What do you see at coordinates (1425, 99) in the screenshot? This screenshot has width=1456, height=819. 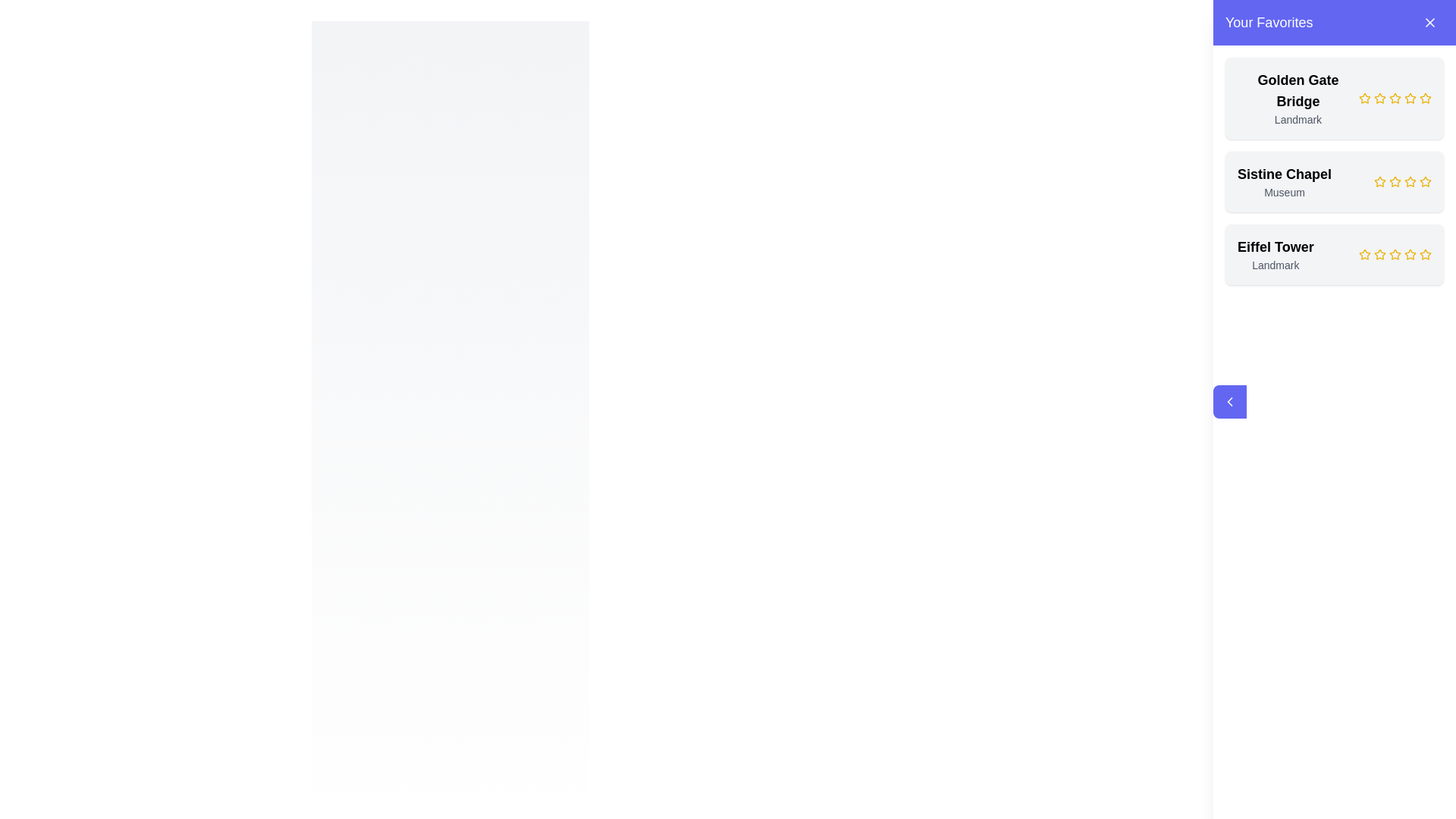 I see `the sixth yellow star-shaped rating icon with a hollow center` at bounding box center [1425, 99].